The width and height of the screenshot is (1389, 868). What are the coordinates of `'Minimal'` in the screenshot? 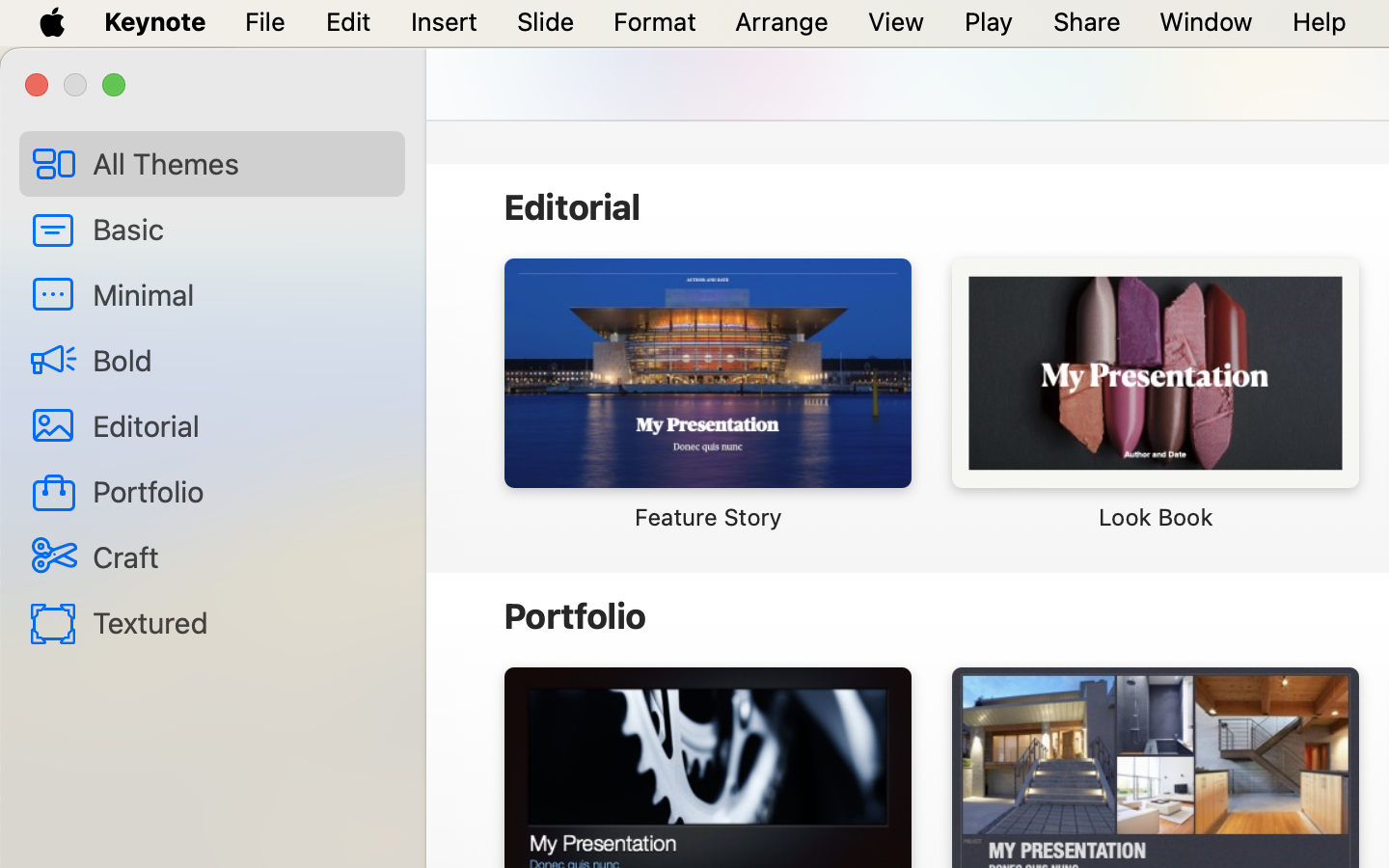 It's located at (239, 293).